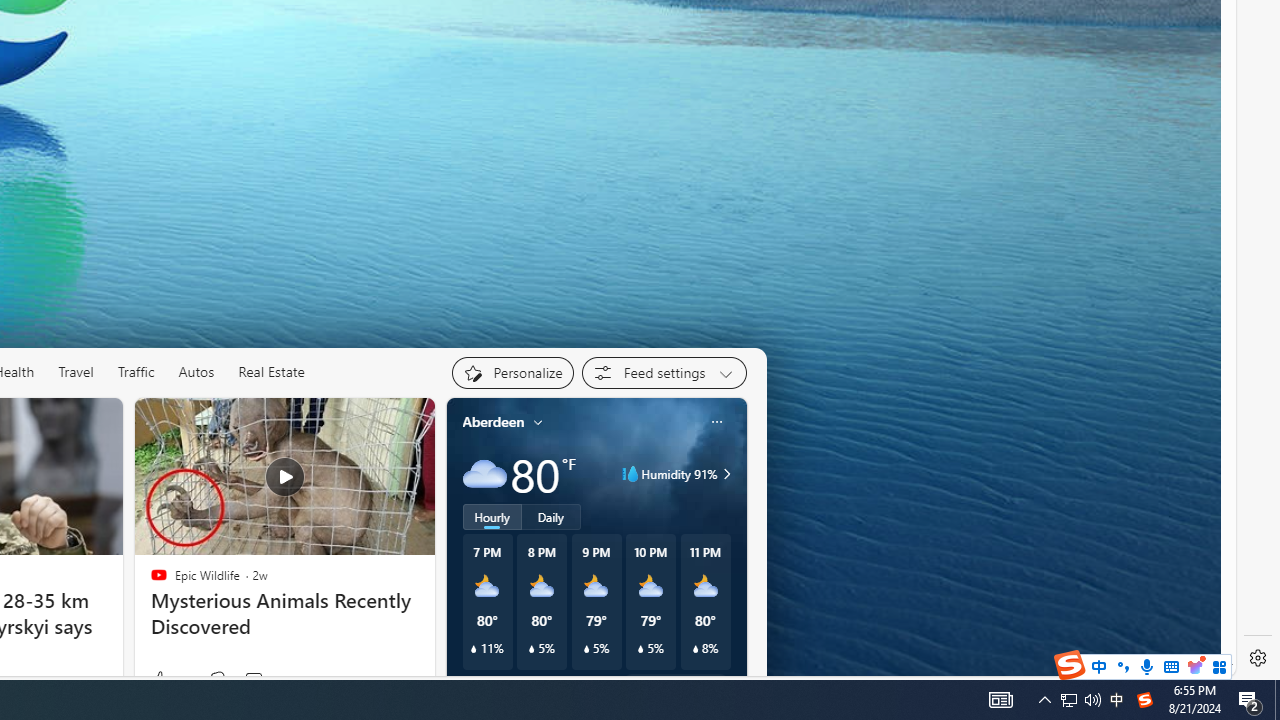 This screenshot has width=1280, height=720. Describe the element at coordinates (538, 420) in the screenshot. I see `'My location'` at that location.